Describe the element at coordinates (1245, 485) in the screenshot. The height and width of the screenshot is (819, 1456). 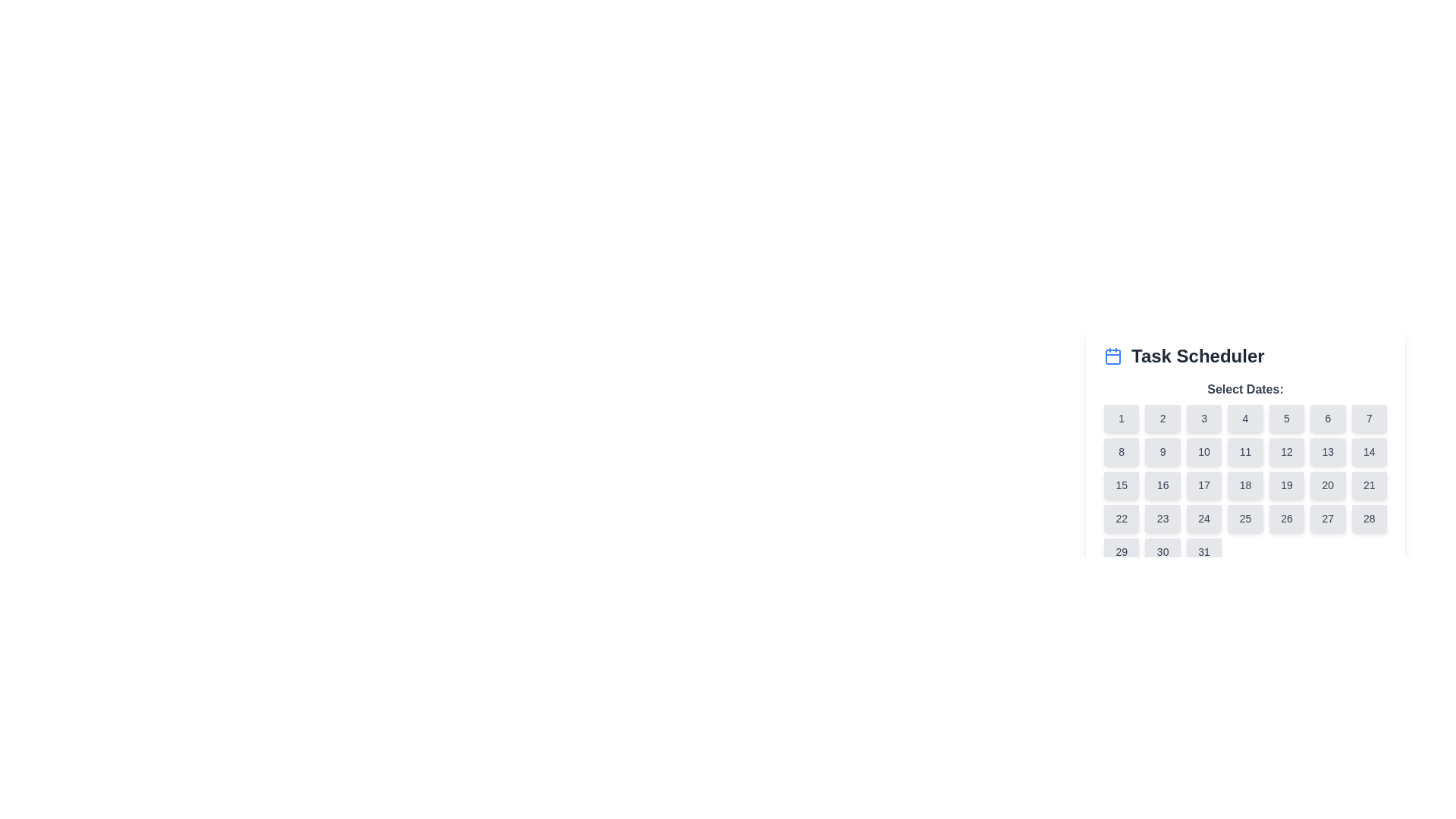
I see `the selectable date button representing '18' in the Task Scheduler application` at that location.